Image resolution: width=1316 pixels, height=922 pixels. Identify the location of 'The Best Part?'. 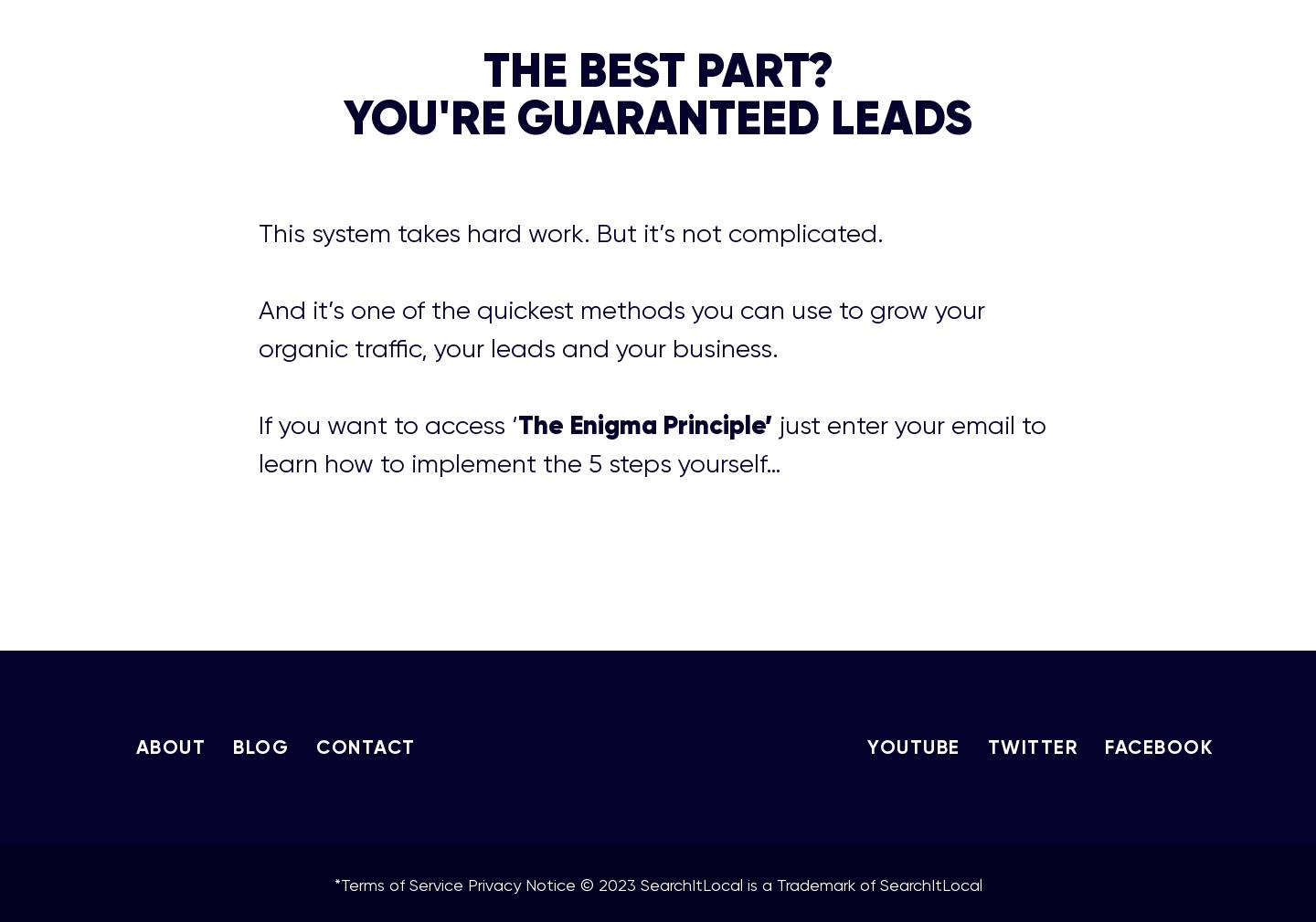
(657, 68).